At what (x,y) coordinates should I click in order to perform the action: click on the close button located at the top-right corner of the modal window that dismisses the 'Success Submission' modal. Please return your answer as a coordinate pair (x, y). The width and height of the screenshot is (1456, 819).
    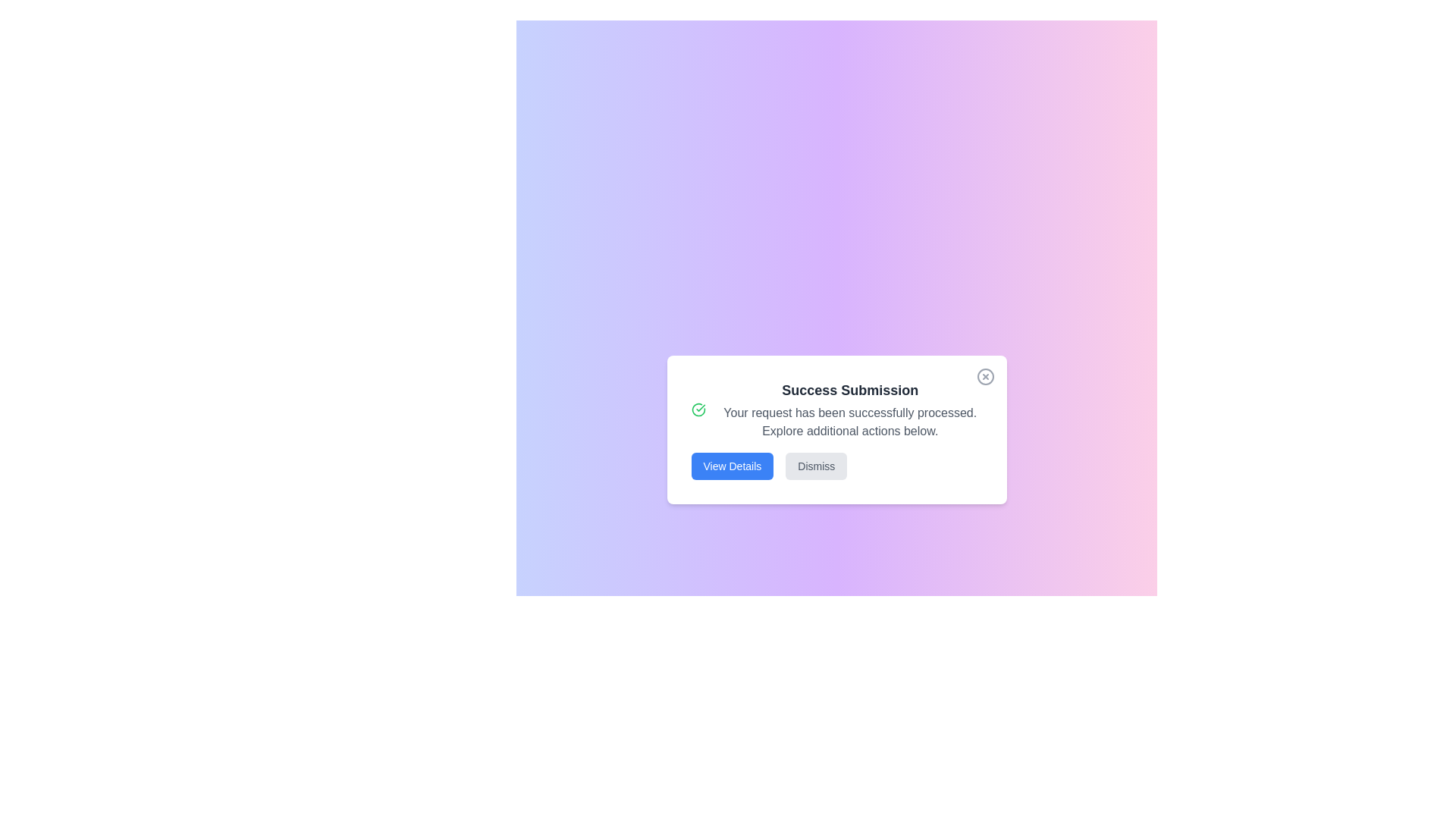
    Looking at the image, I should click on (985, 376).